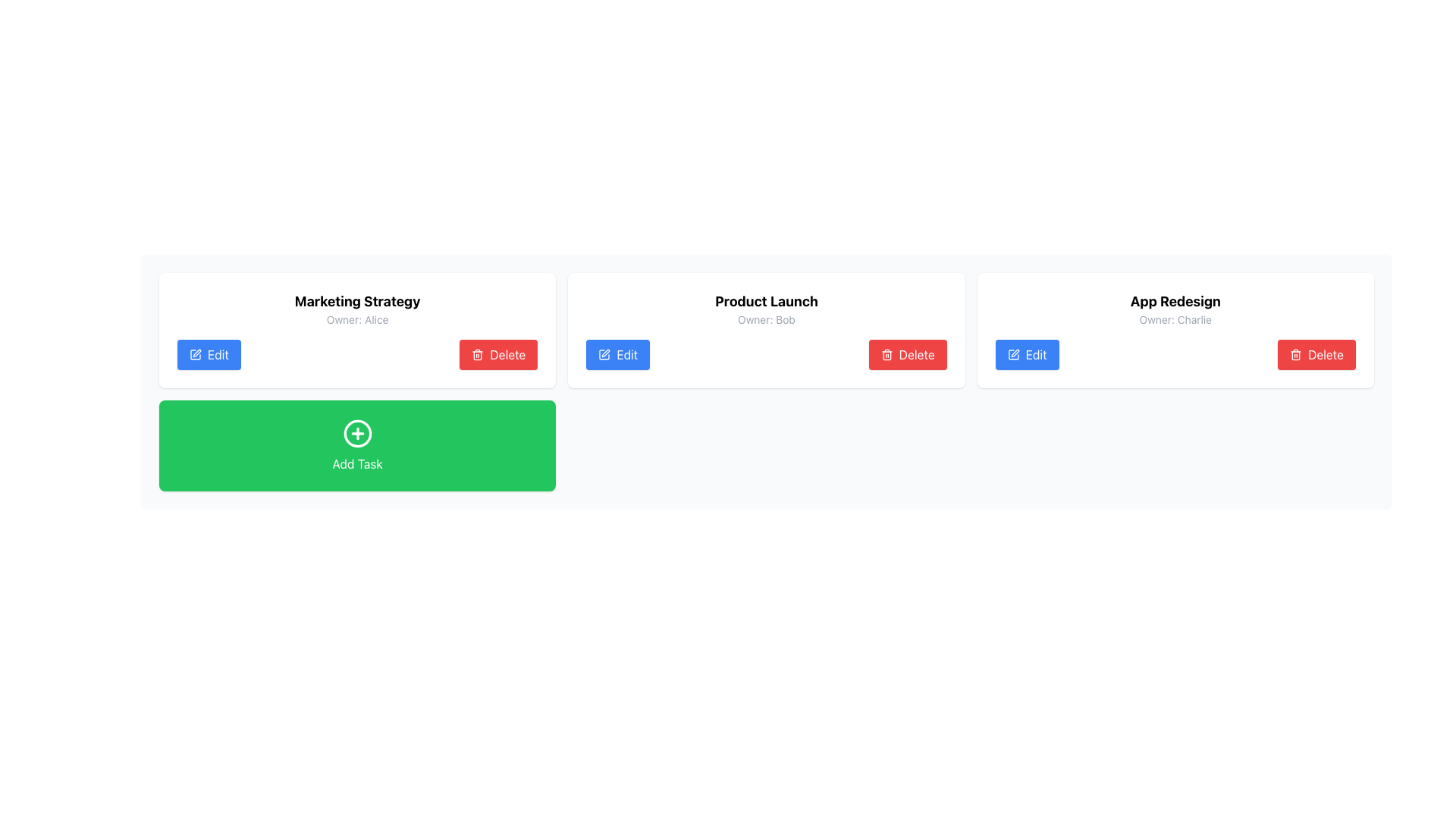 The height and width of the screenshot is (819, 1456). Describe the element at coordinates (886, 356) in the screenshot. I see `the 'Delete' icon located within the 'Delete' button of the 'Product Launch' task card, which is the second card in the row of task cards` at that location.